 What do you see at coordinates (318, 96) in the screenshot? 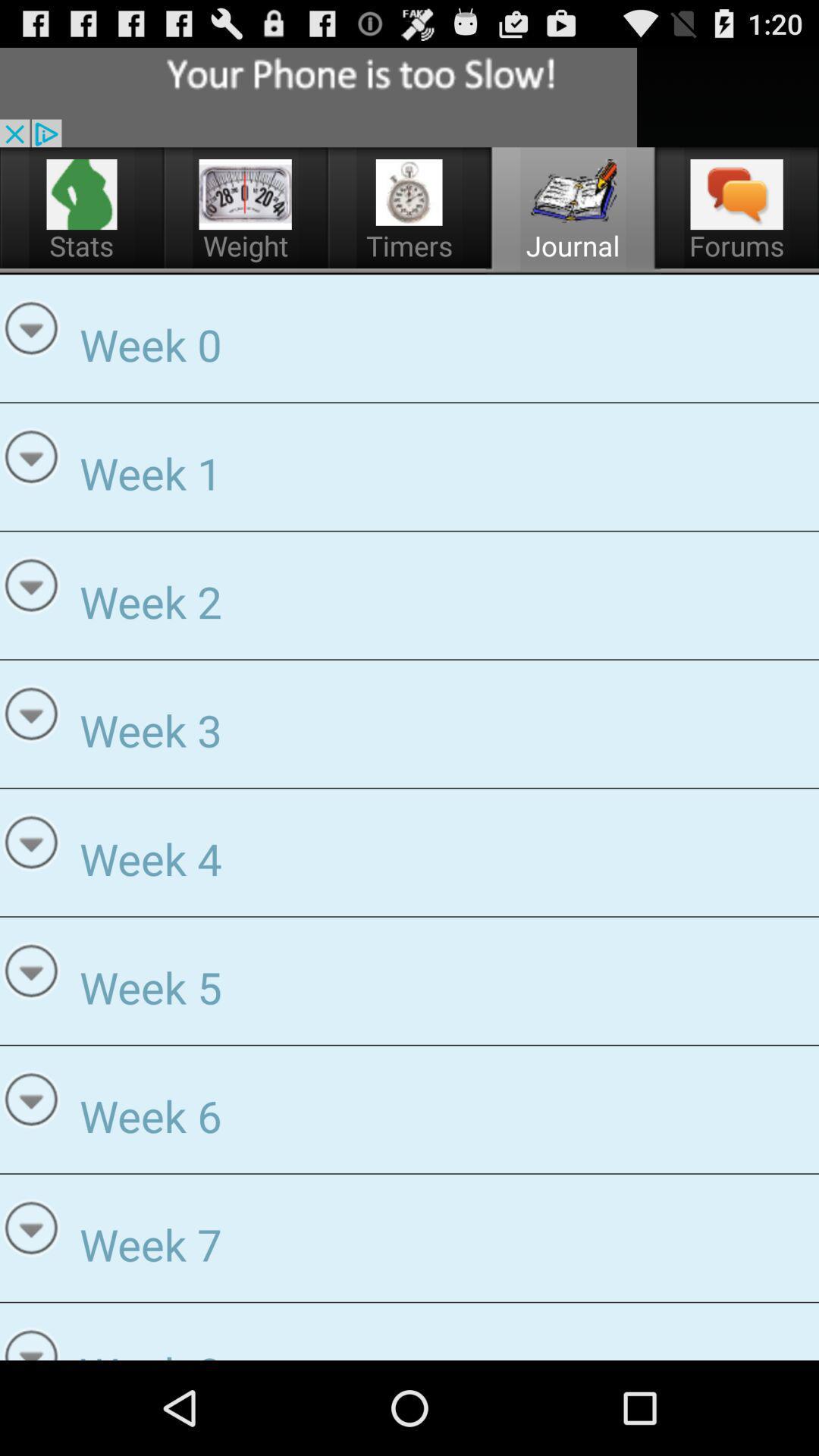
I see `search` at bounding box center [318, 96].